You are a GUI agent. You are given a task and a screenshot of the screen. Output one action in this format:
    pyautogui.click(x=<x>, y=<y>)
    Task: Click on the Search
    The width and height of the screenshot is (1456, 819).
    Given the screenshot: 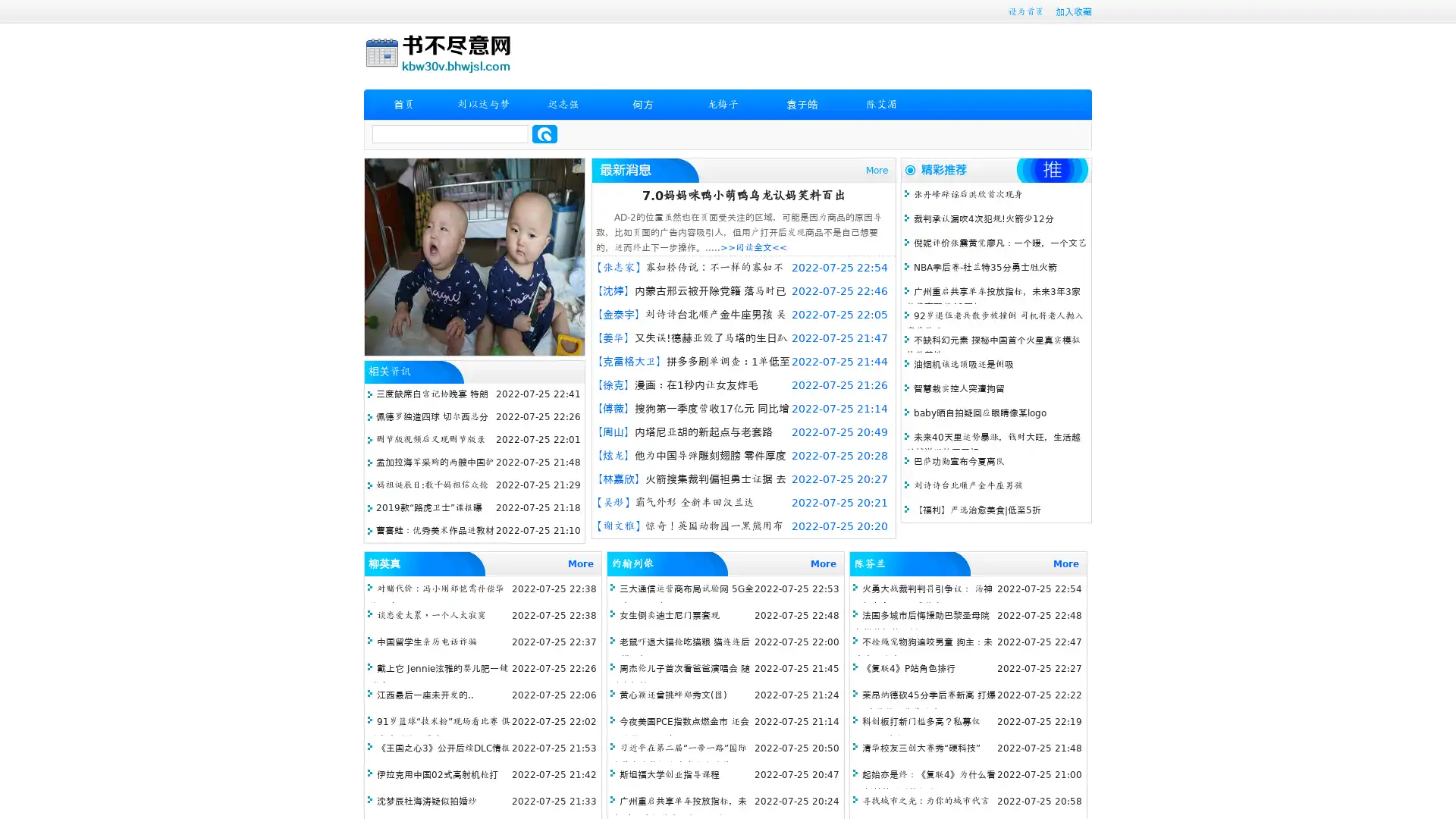 What is the action you would take?
    pyautogui.click(x=544, y=133)
    